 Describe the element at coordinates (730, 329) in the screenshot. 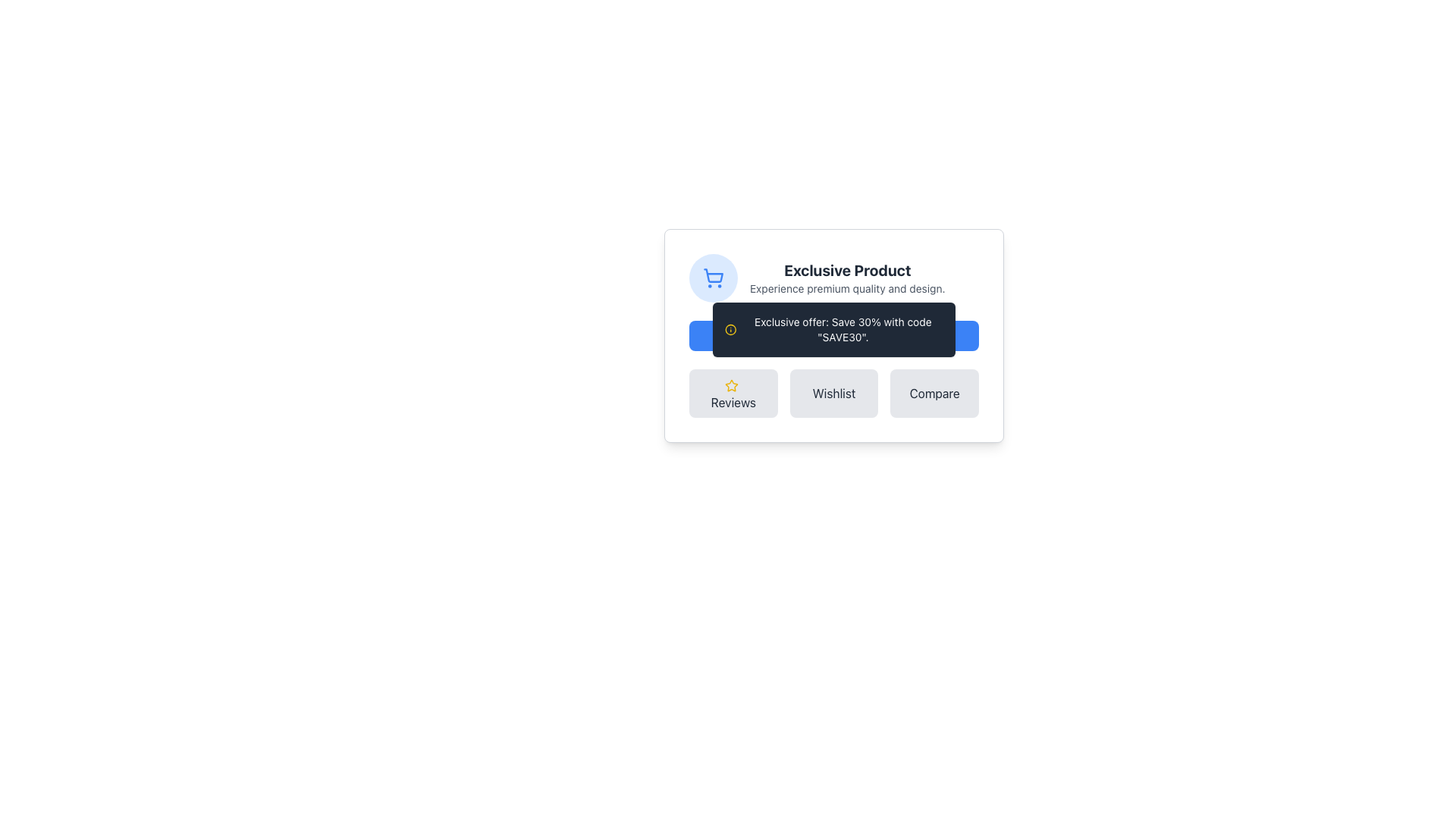

I see `the circular SVG element styled in yellow, which is part of an informative icon next to the text 'Exclusive offer: Save 30% with code "SAVE30"' in the tooltip` at that location.